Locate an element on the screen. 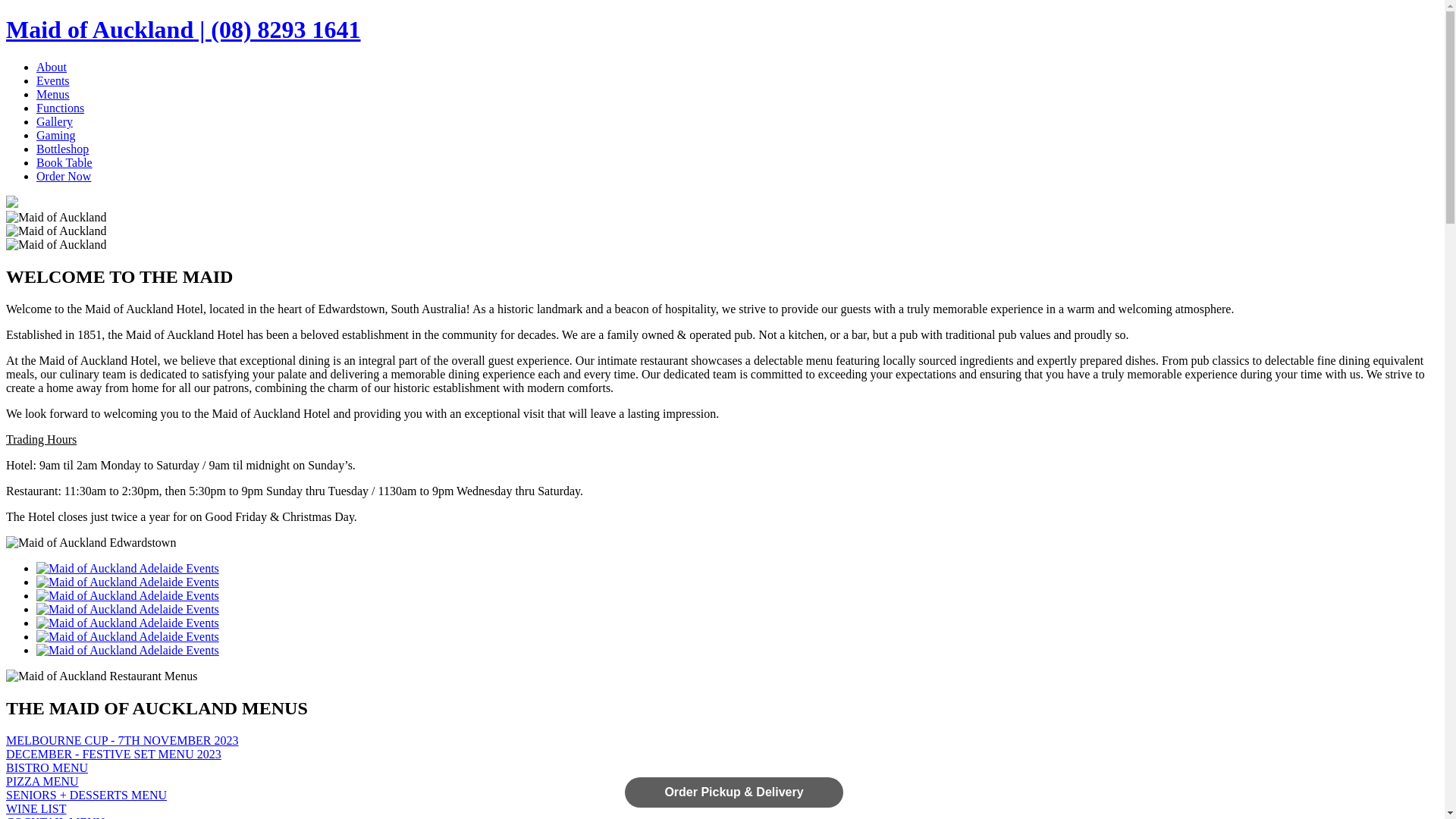 This screenshot has height=819, width=1456. 'SENIORS + DESSERTS MENU' is located at coordinates (721, 795).